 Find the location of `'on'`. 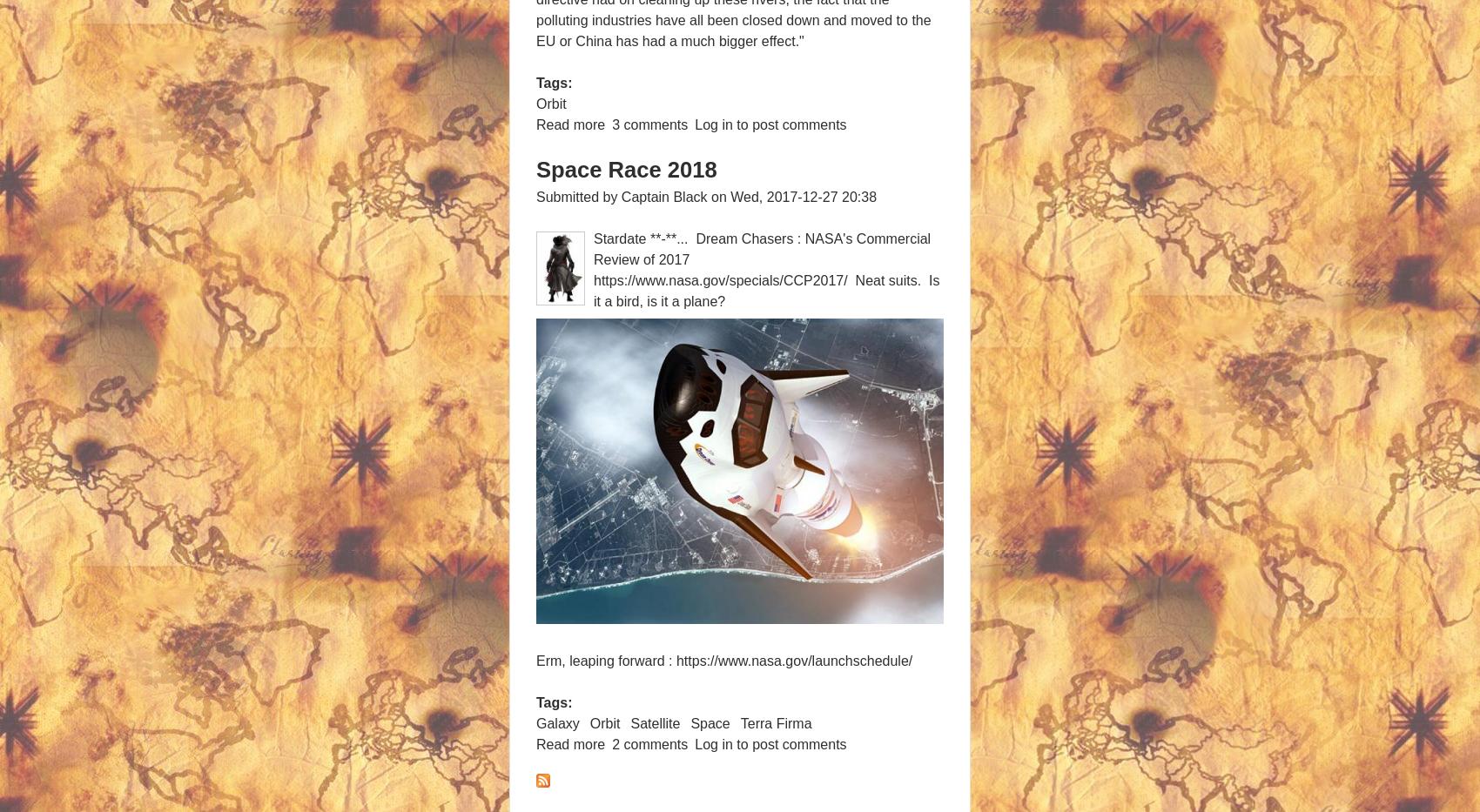

'on' is located at coordinates (717, 195).